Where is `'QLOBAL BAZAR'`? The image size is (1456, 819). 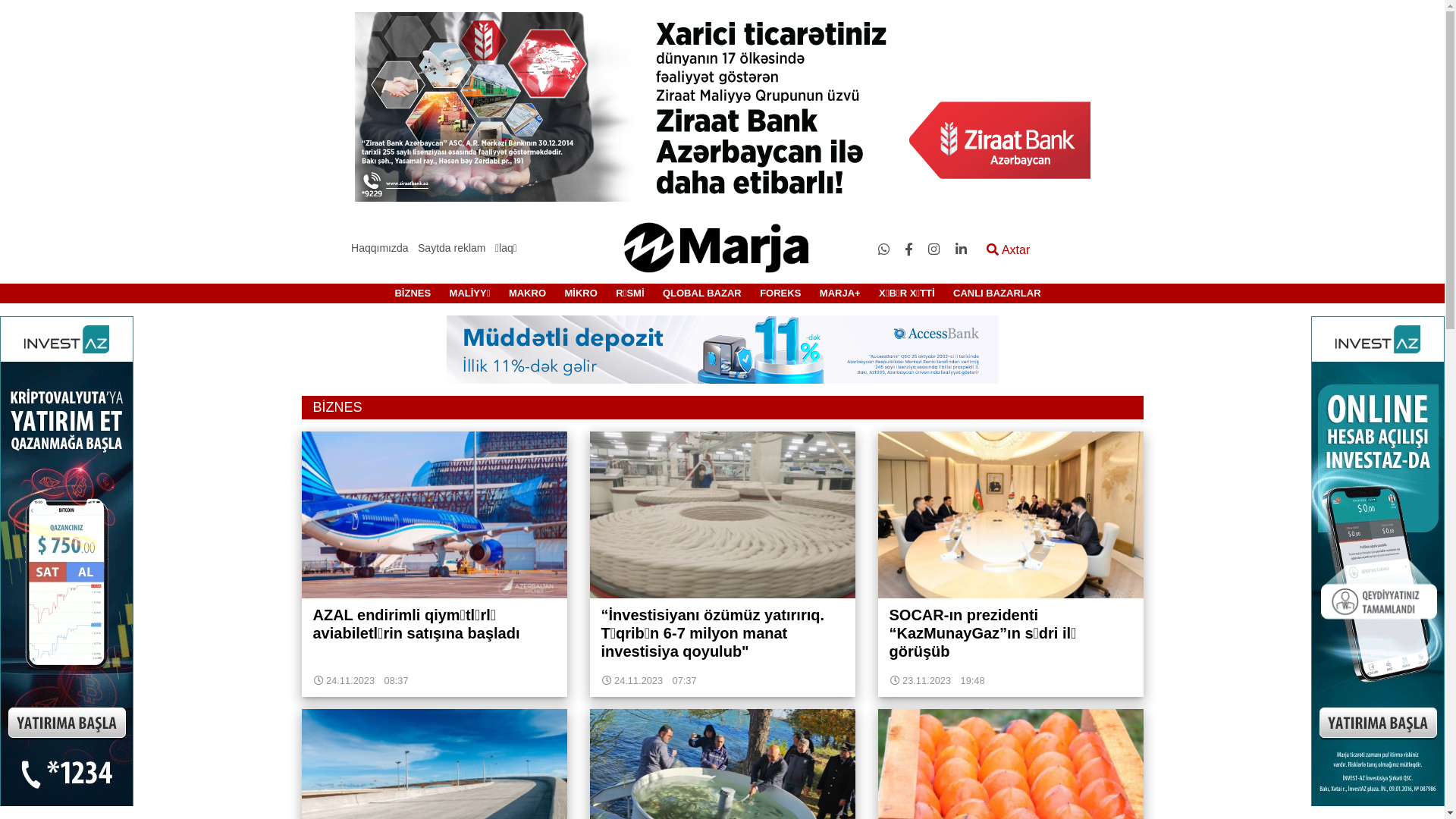
'QLOBAL BAZAR' is located at coordinates (701, 293).